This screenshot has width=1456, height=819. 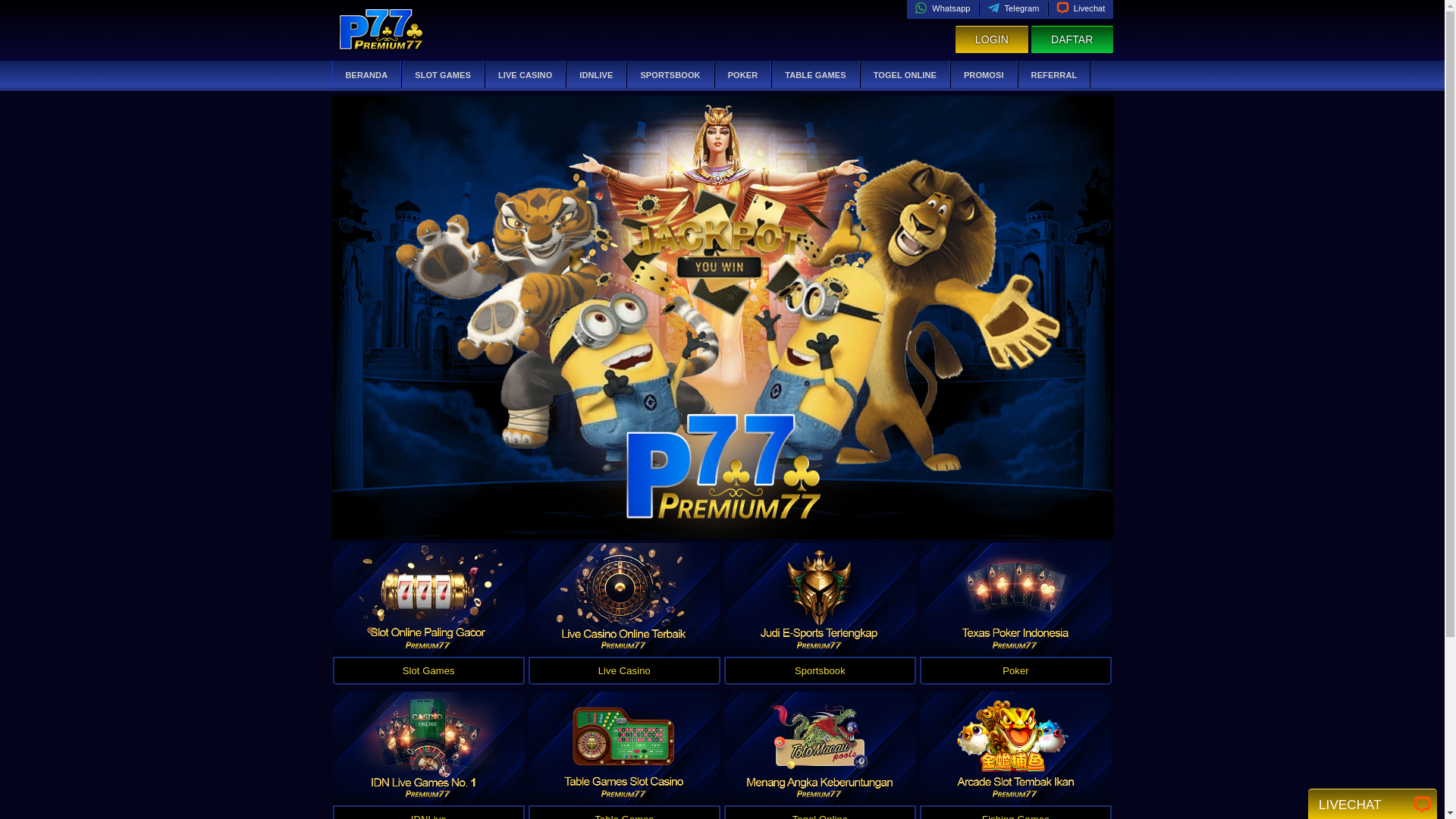 What do you see at coordinates (669, 75) in the screenshot?
I see `'SPORTSBOOK'` at bounding box center [669, 75].